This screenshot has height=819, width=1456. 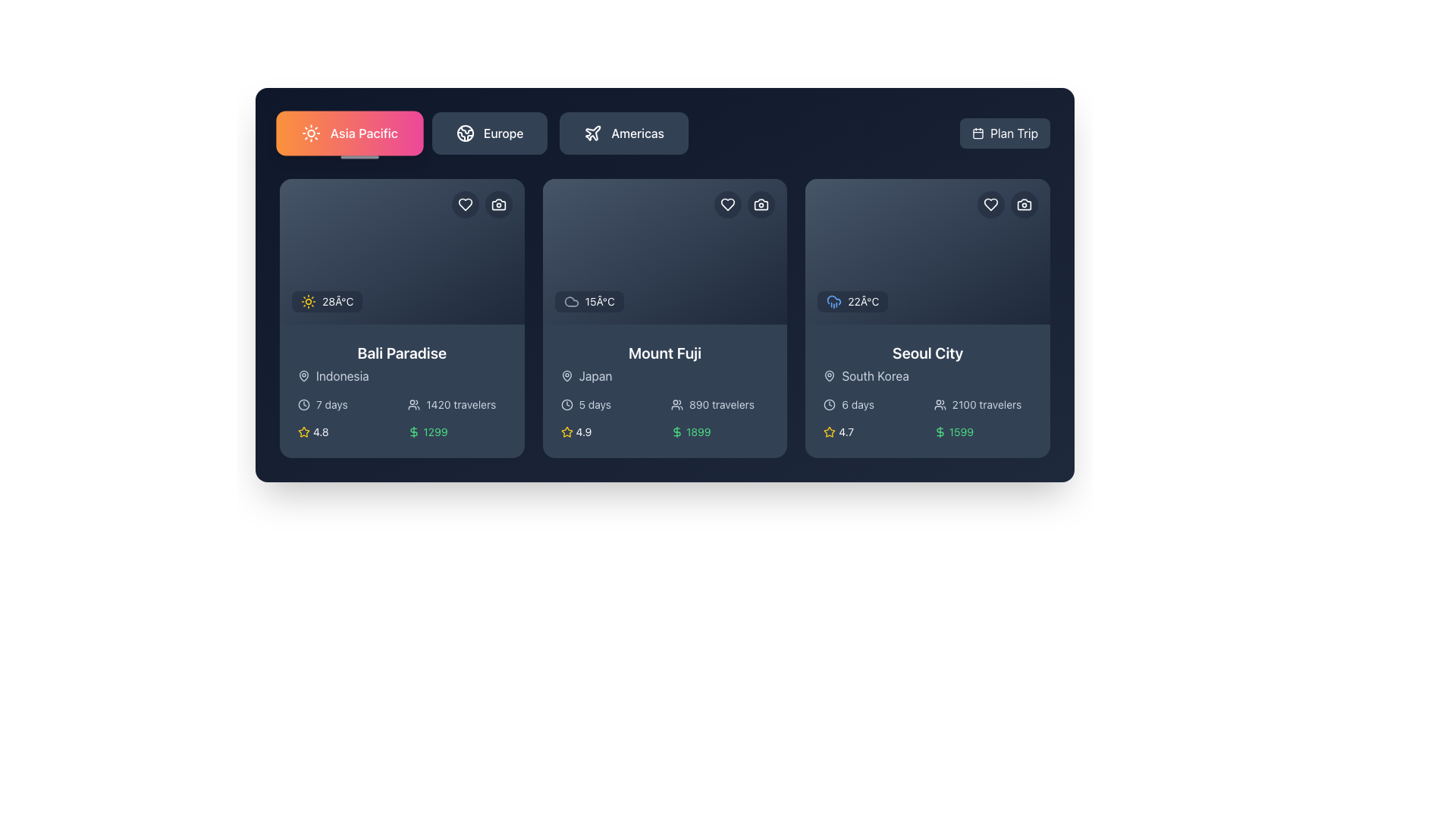 What do you see at coordinates (402, 318) in the screenshot?
I see `the first travel information card for Bali Paradise located under the 'Asia Pacific' tab in the three-column layout` at bounding box center [402, 318].